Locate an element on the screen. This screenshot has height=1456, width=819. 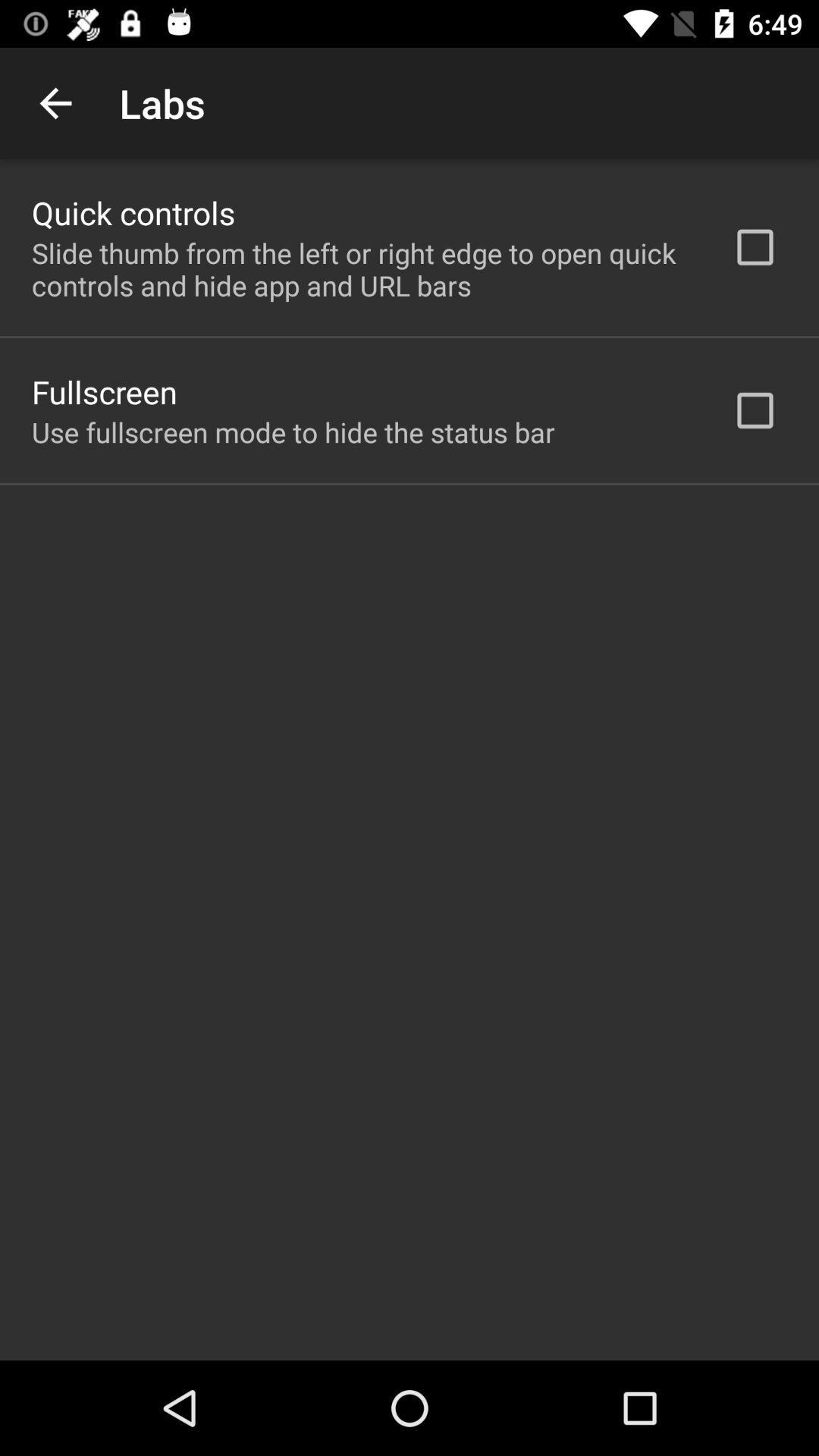
the slide thumb from icon is located at coordinates (362, 269).